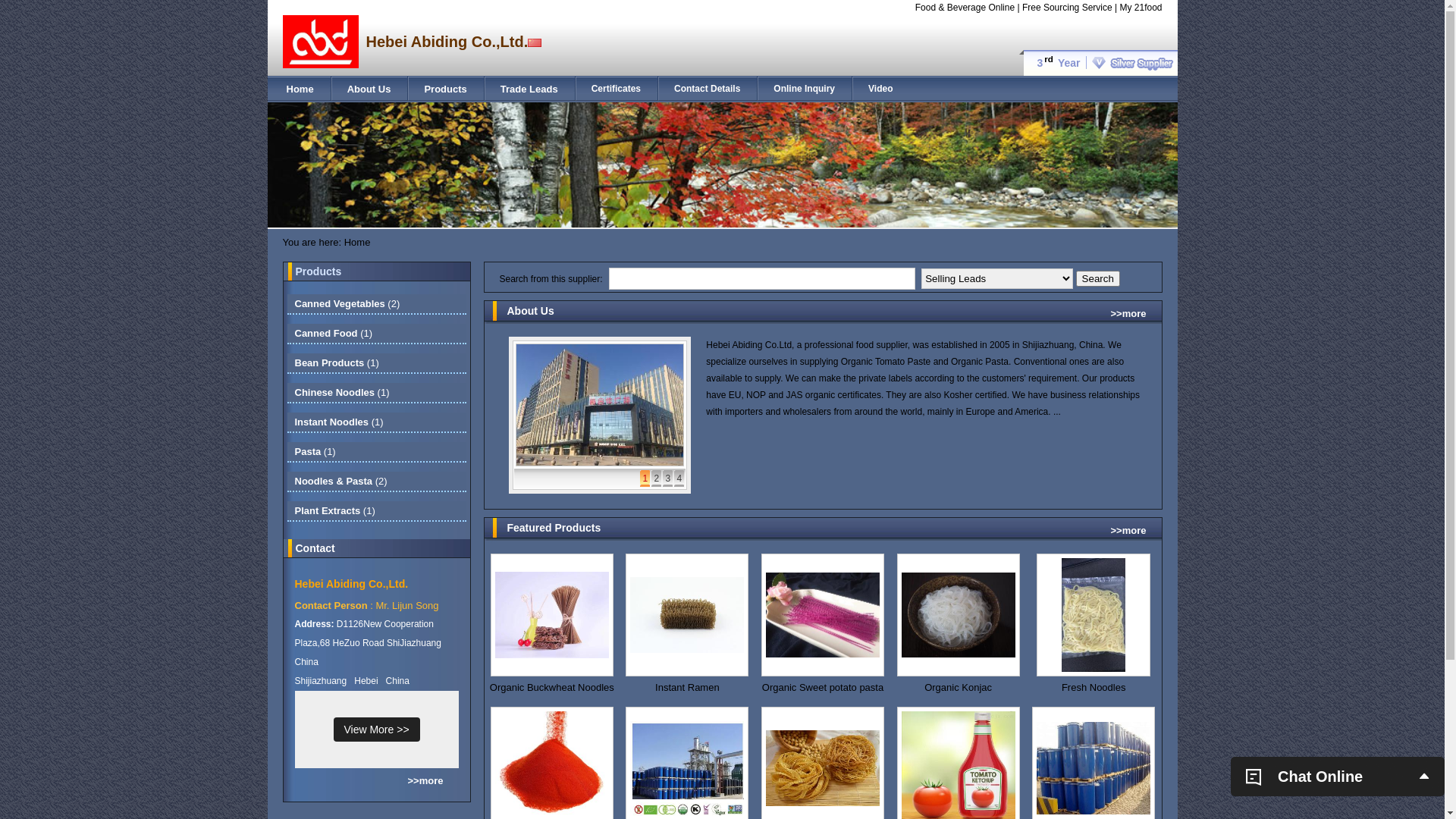 The width and height of the screenshot is (1456, 819). What do you see at coordinates (333, 728) in the screenshot?
I see `'View More >>'` at bounding box center [333, 728].